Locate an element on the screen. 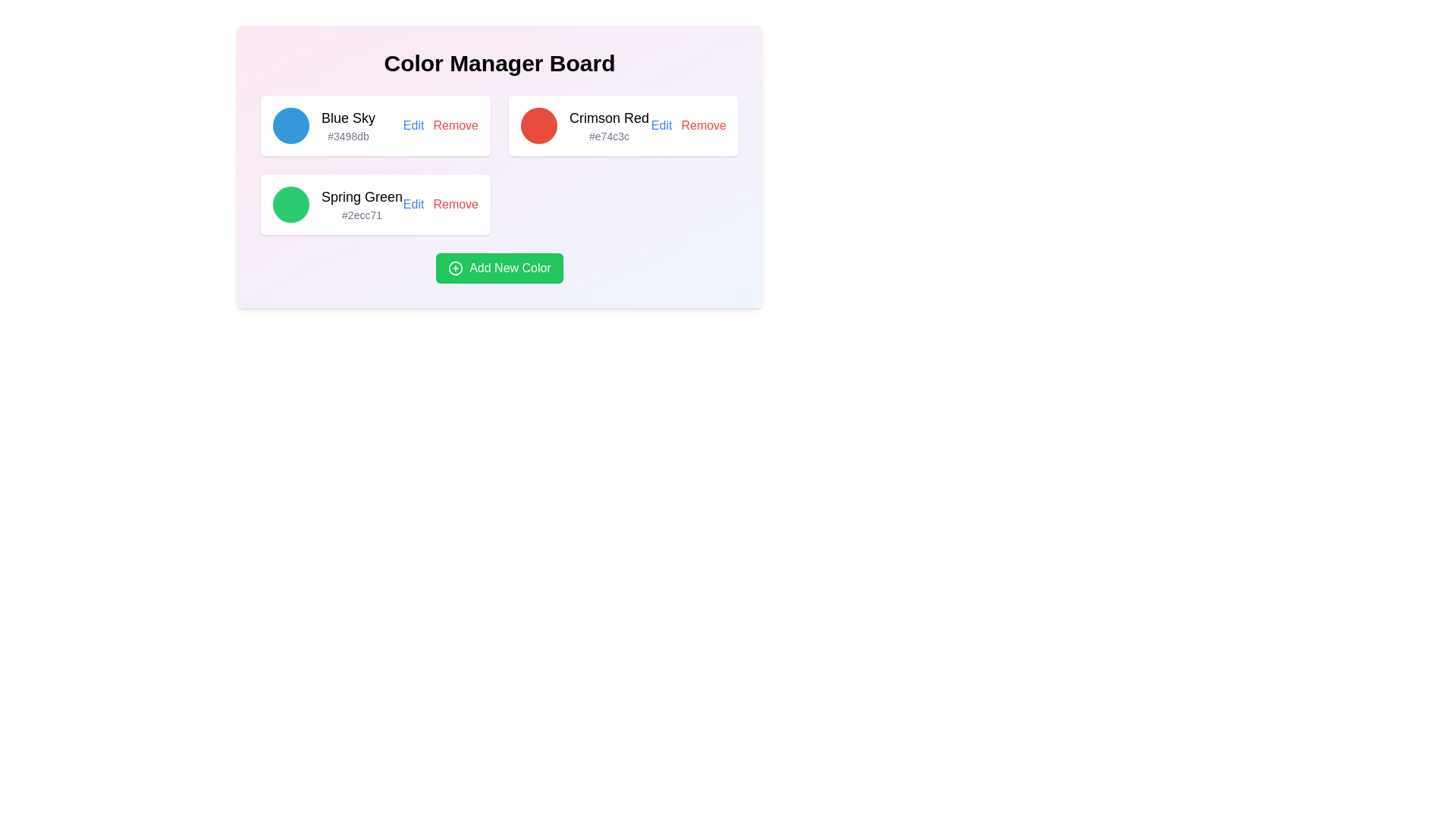 This screenshot has height=819, width=1456. the static text element displaying '#e74c3c', which is styled in gray and located within the Crimson Red color card beneath the label 'Crimson Red' is located at coordinates (609, 136).